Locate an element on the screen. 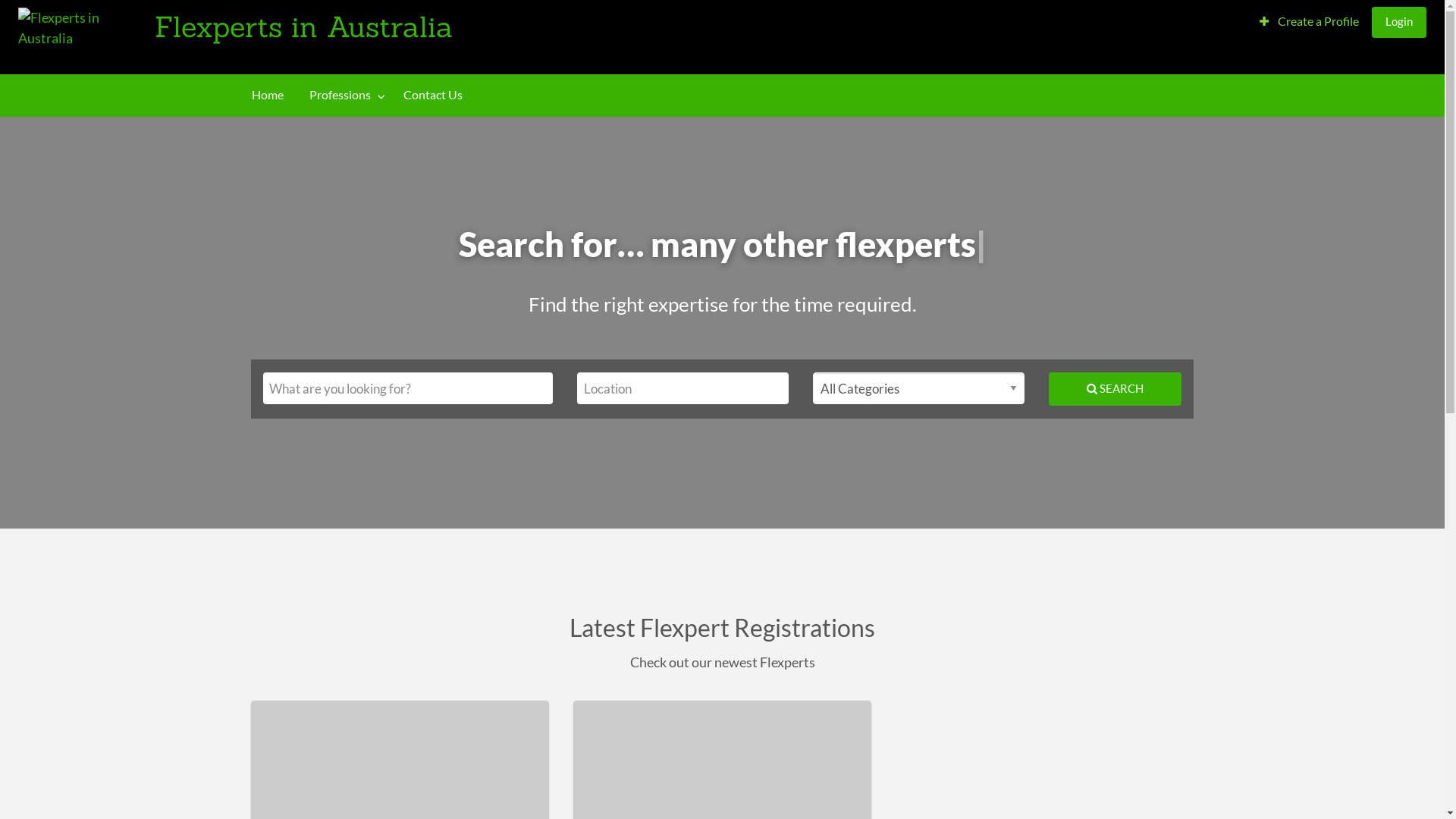 Image resolution: width=1456 pixels, height=819 pixels. 'Home' is located at coordinates (268, 95).